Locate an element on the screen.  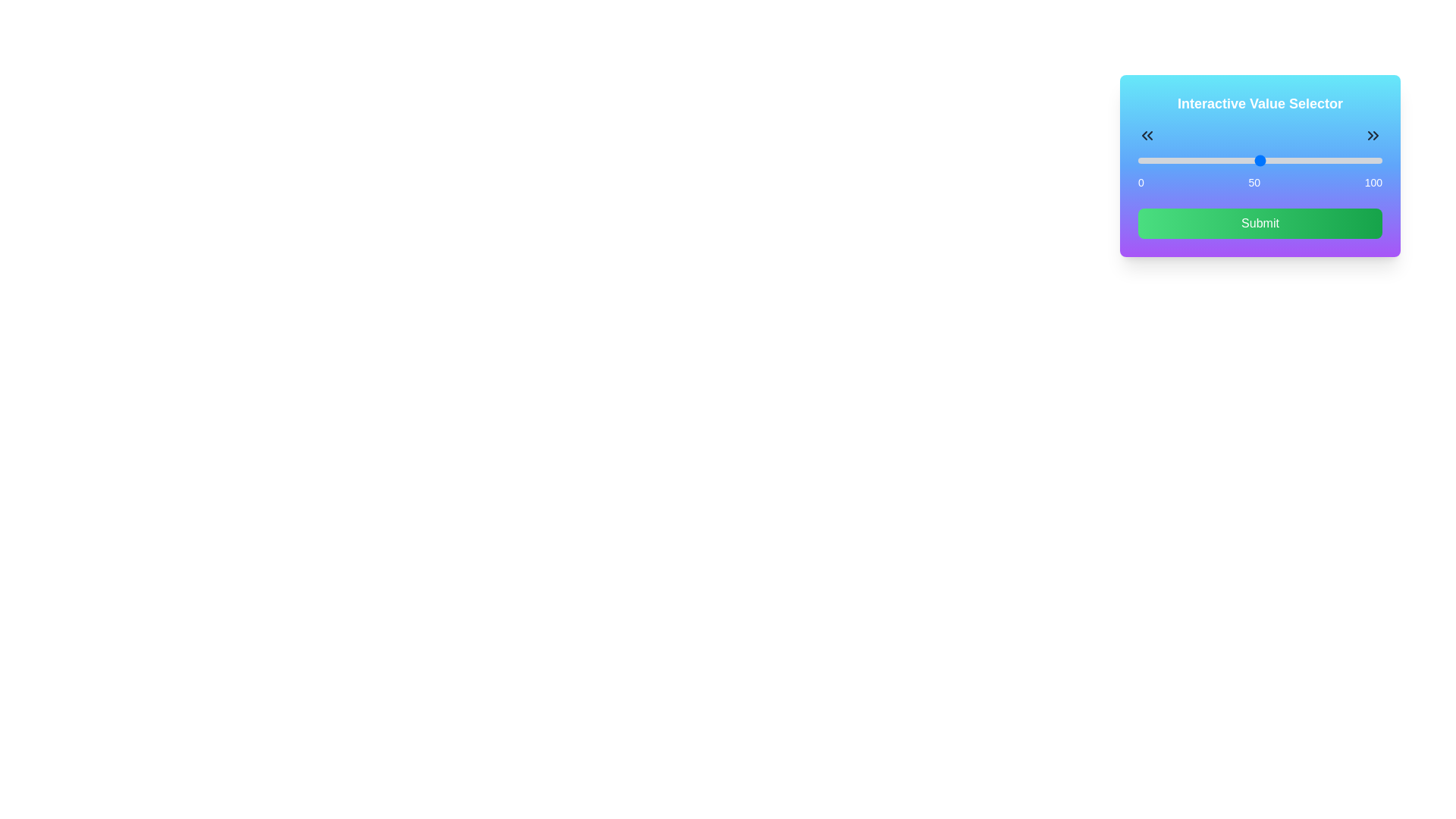
the right icon above the slider is located at coordinates (1373, 134).